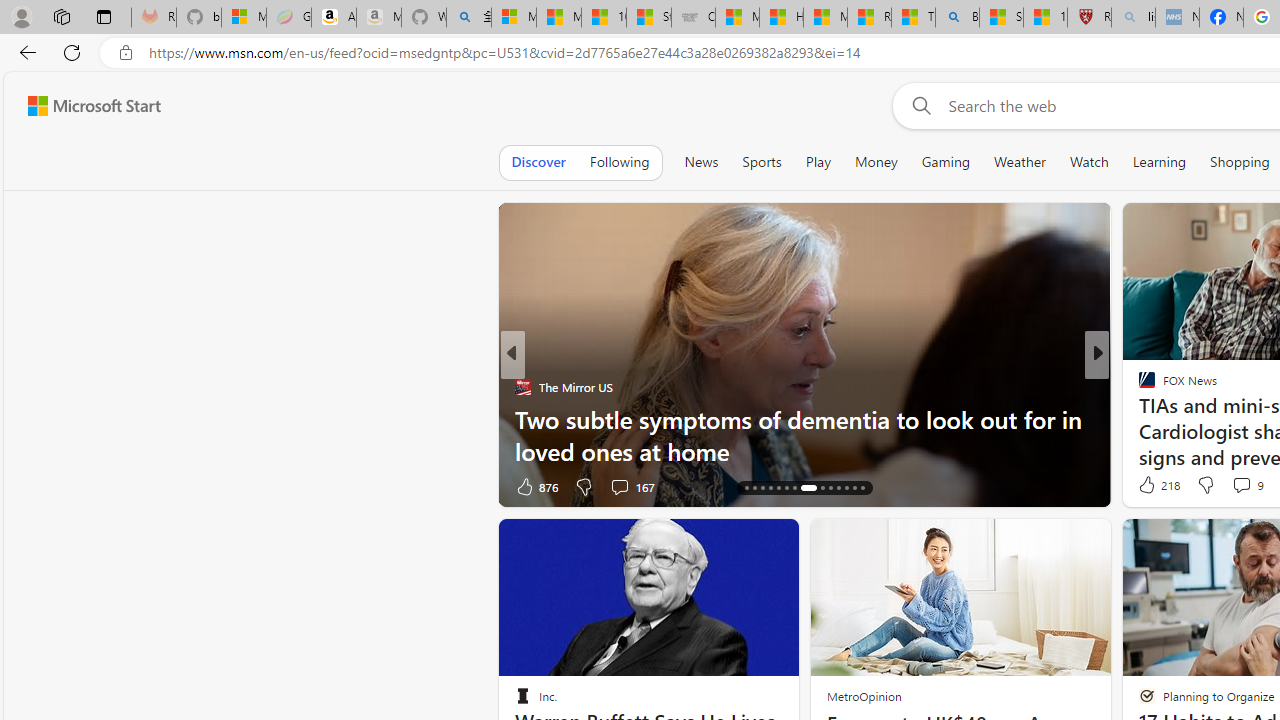 Image resolution: width=1280 pixels, height=720 pixels. What do you see at coordinates (830, 488) in the screenshot?
I see `'AutomationID: tab-24'` at bounding box center [830, 488].